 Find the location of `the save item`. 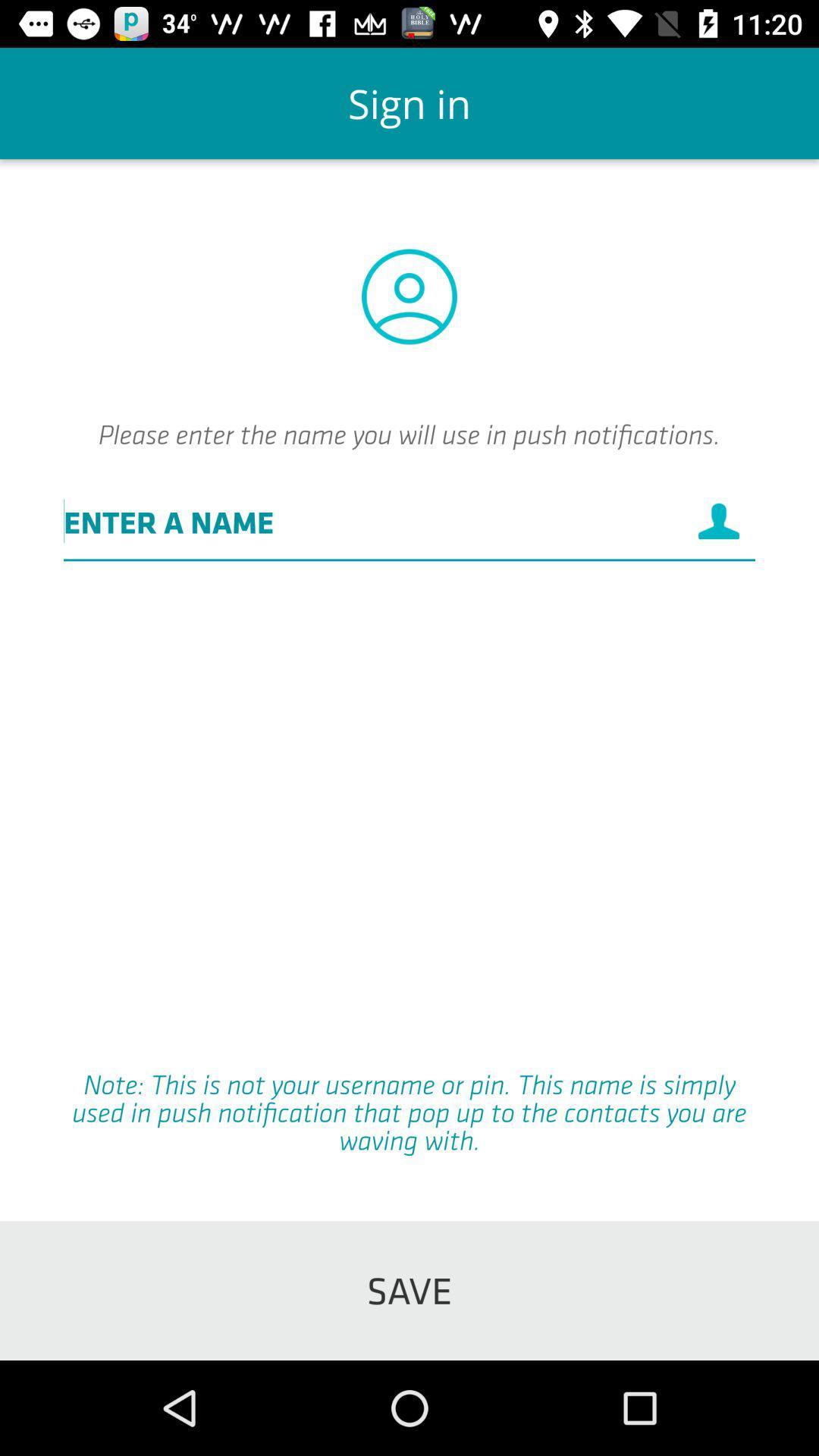

the save item is located at coordinates (409, 1290).